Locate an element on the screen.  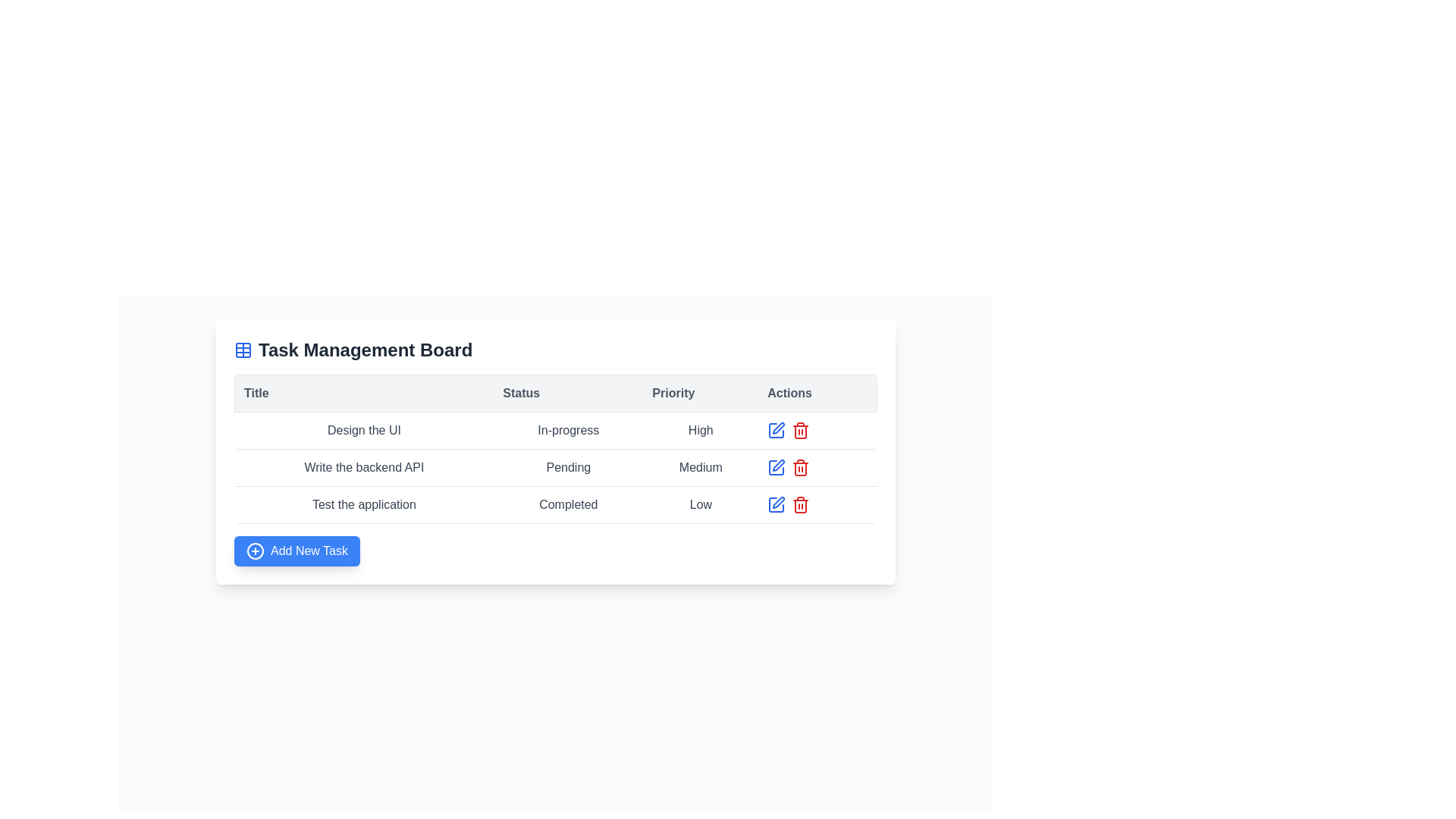
the icon in the 'Actions' column of the third row associated with the task titled 'Test the application.' is located at coordinates (777, 430).